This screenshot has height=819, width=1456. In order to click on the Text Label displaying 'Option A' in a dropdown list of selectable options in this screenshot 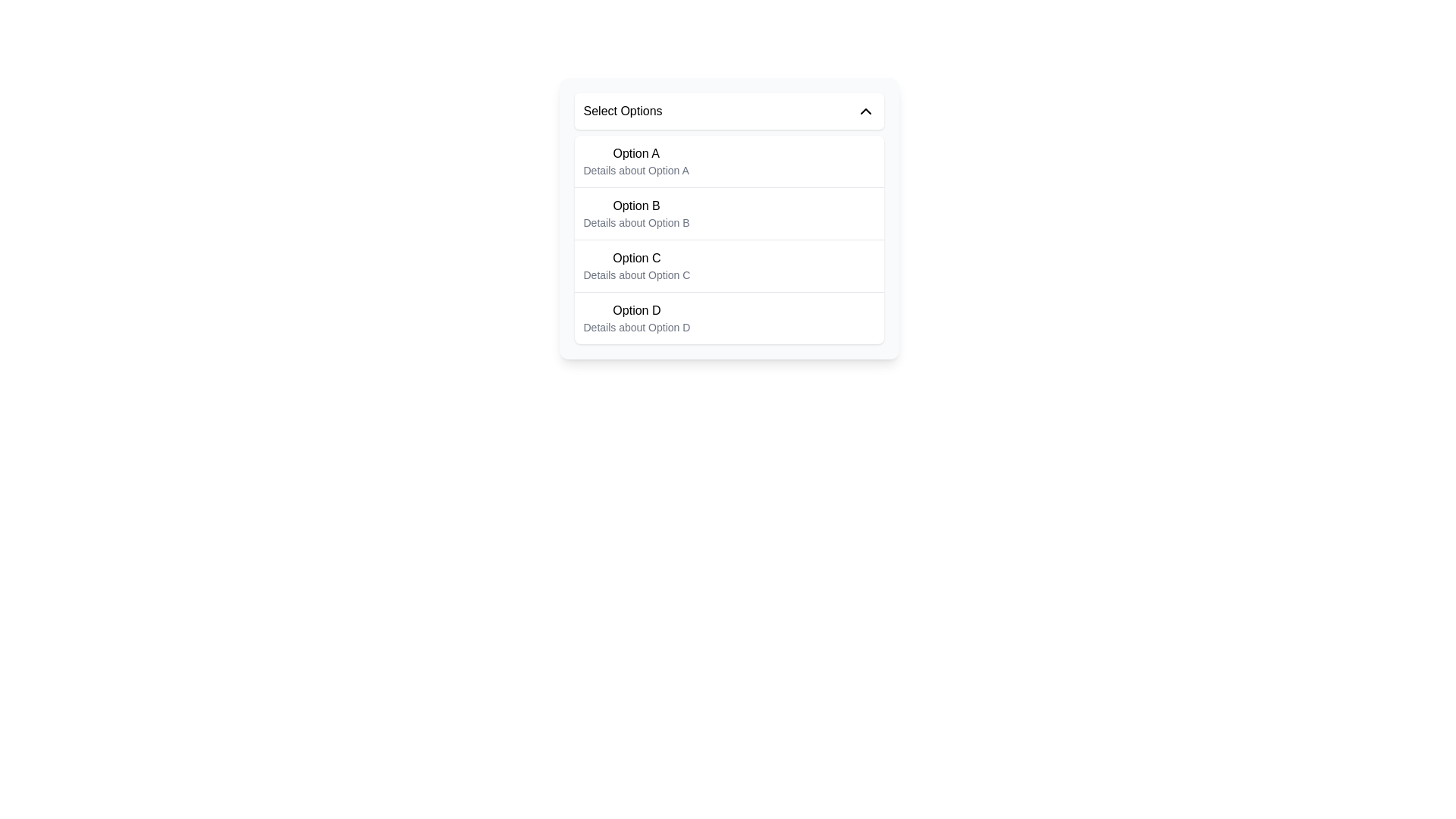, I will do `click(636, 154)`.